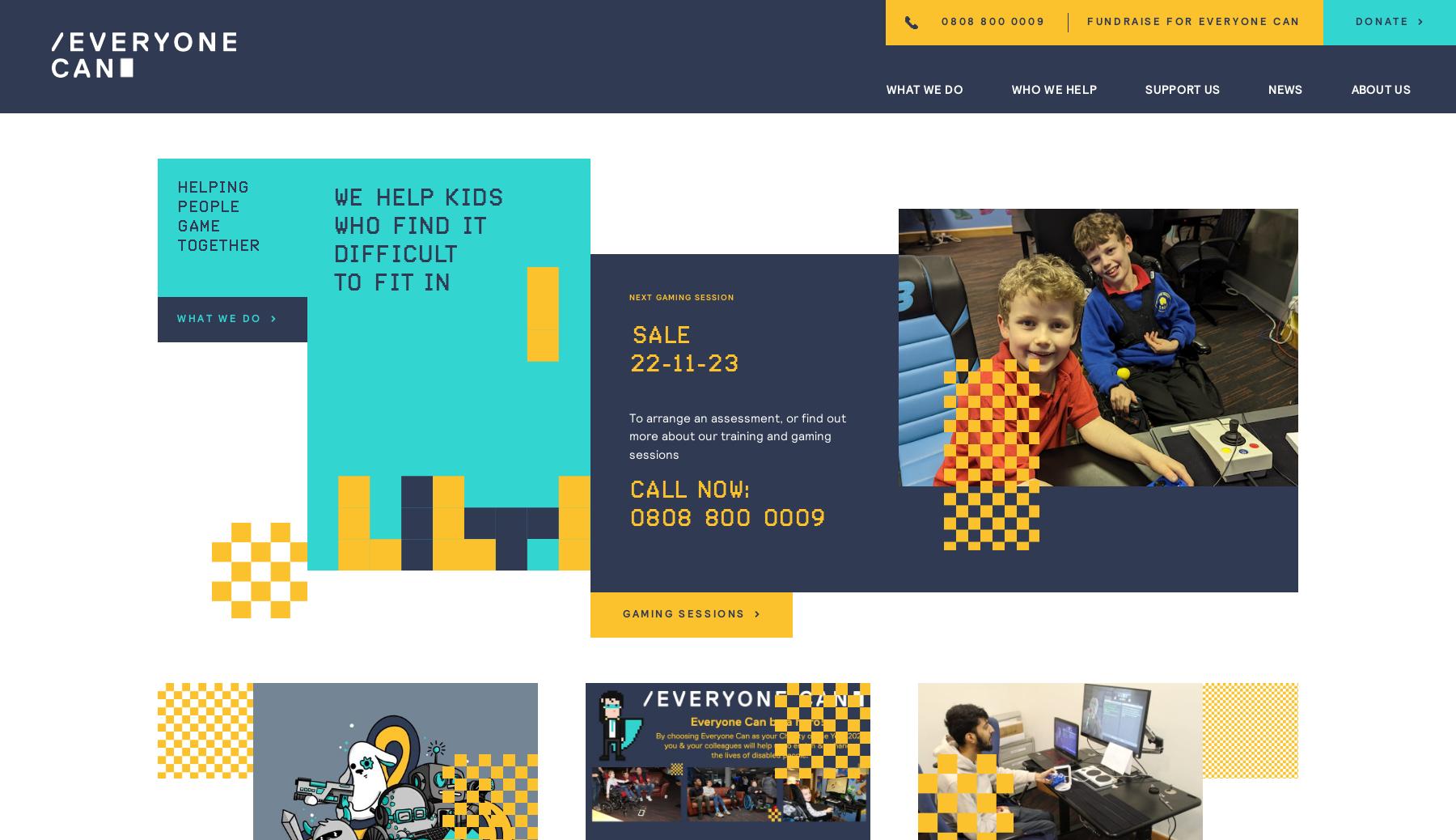  Describe the element at coordinates (685, 613) in the screenshot. I see `'Gaming Sessions'` at that location.